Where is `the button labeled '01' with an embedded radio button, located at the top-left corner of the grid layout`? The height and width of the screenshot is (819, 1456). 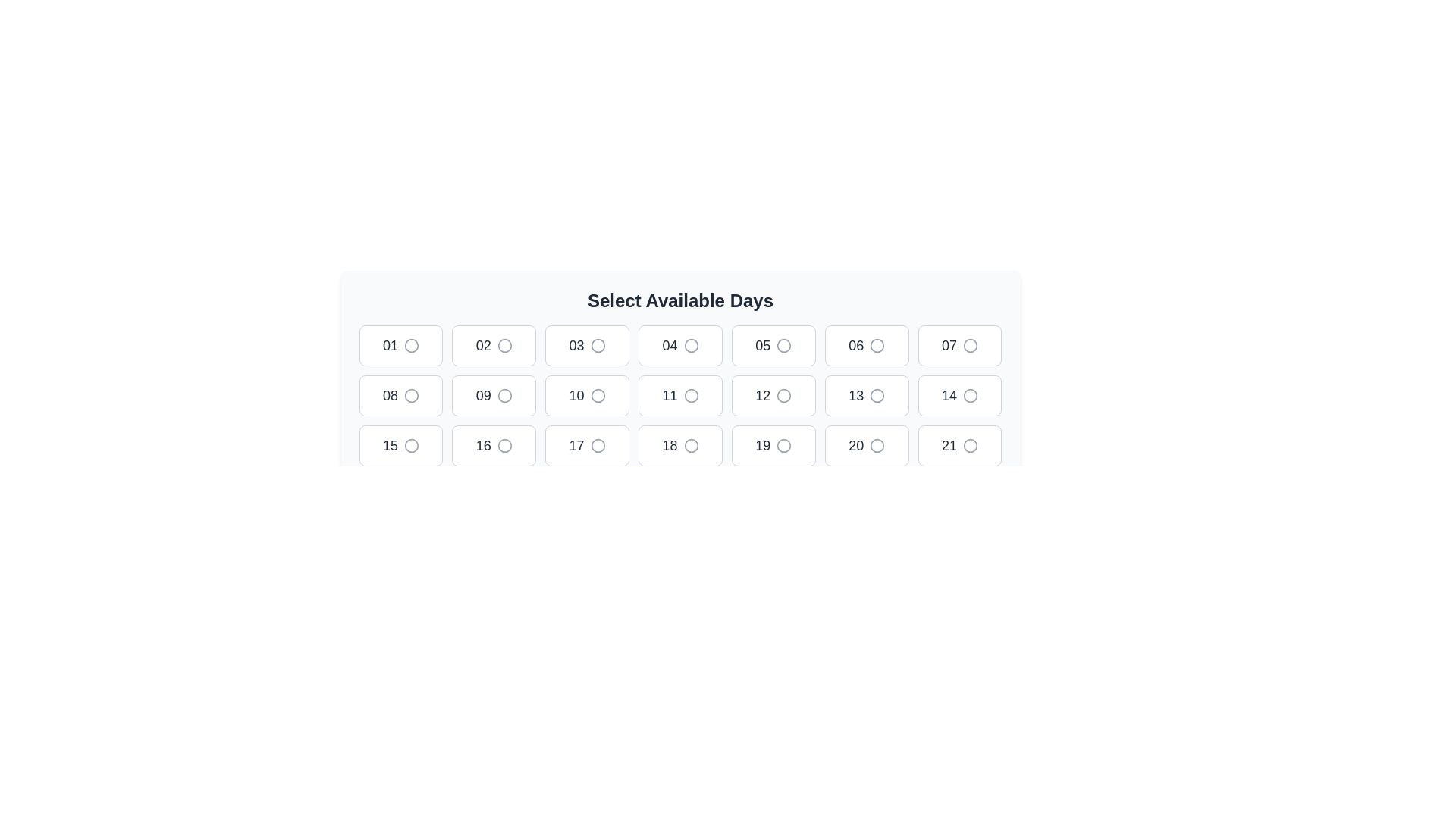 the button labeled '01' with an embedded radio button, located at the top-left corner of the grid layout is located at coordinates (400, 345).